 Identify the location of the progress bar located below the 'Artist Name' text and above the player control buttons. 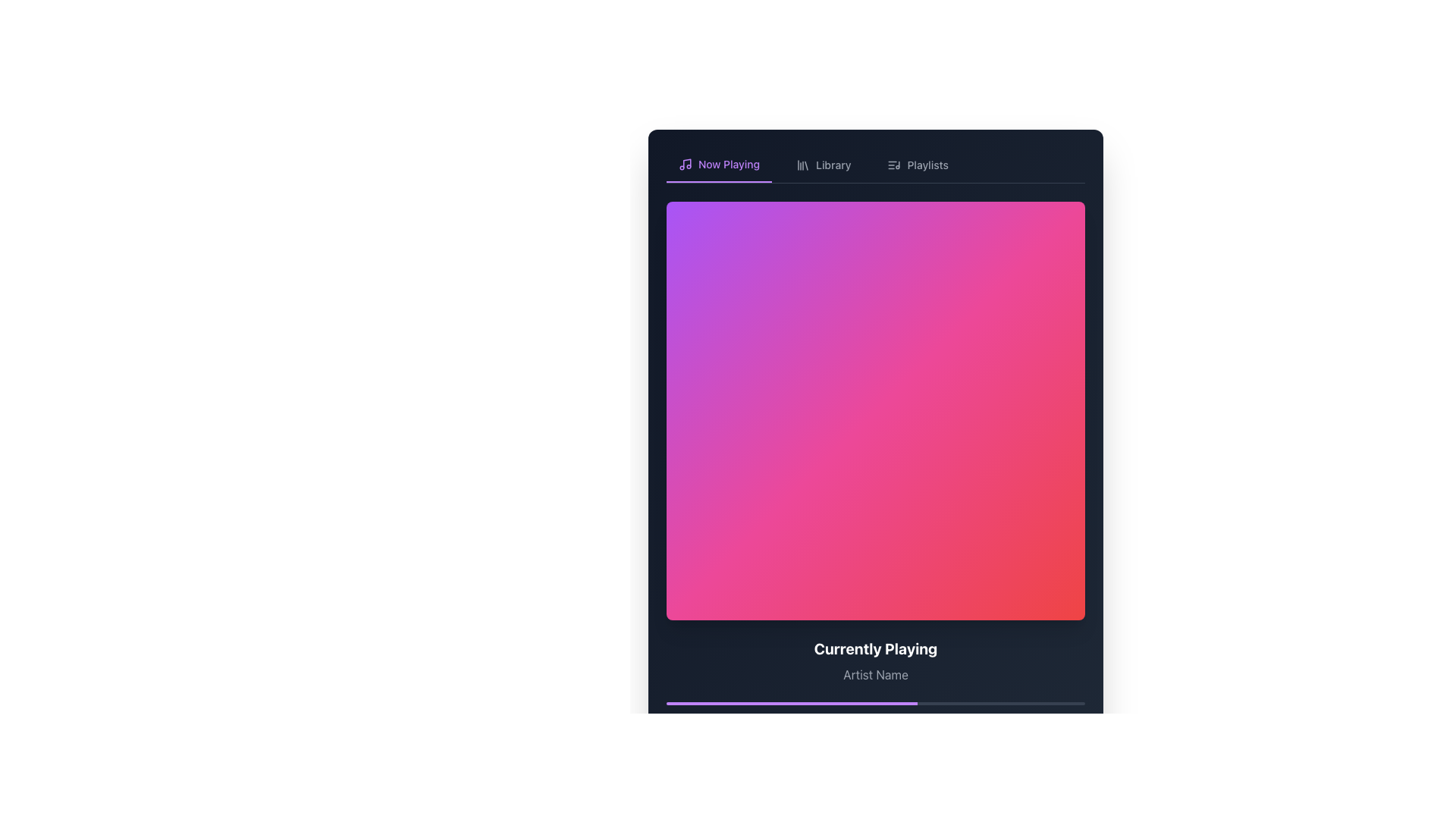
(876, 714).